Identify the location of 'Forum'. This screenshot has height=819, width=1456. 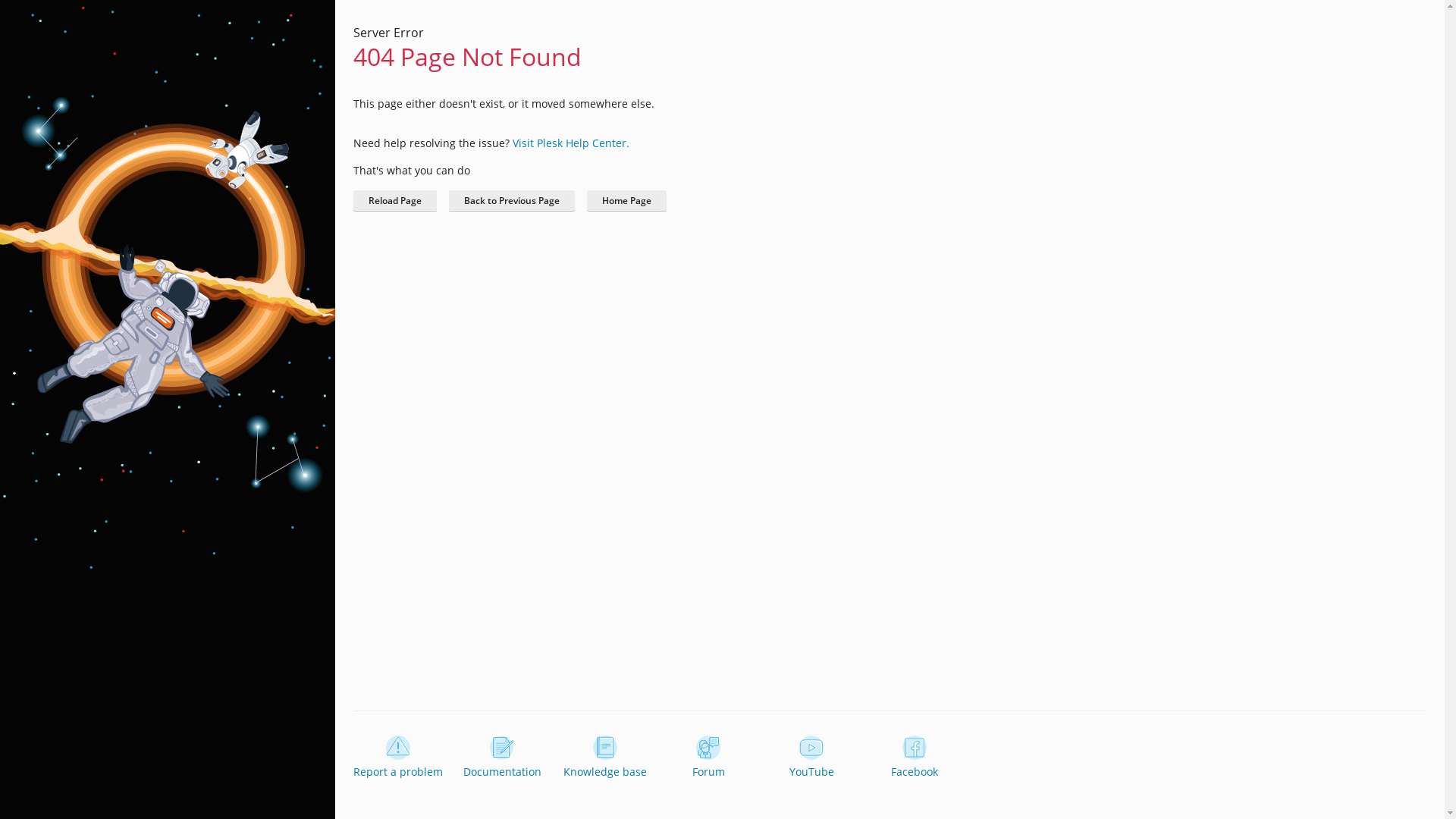
(664, 758).